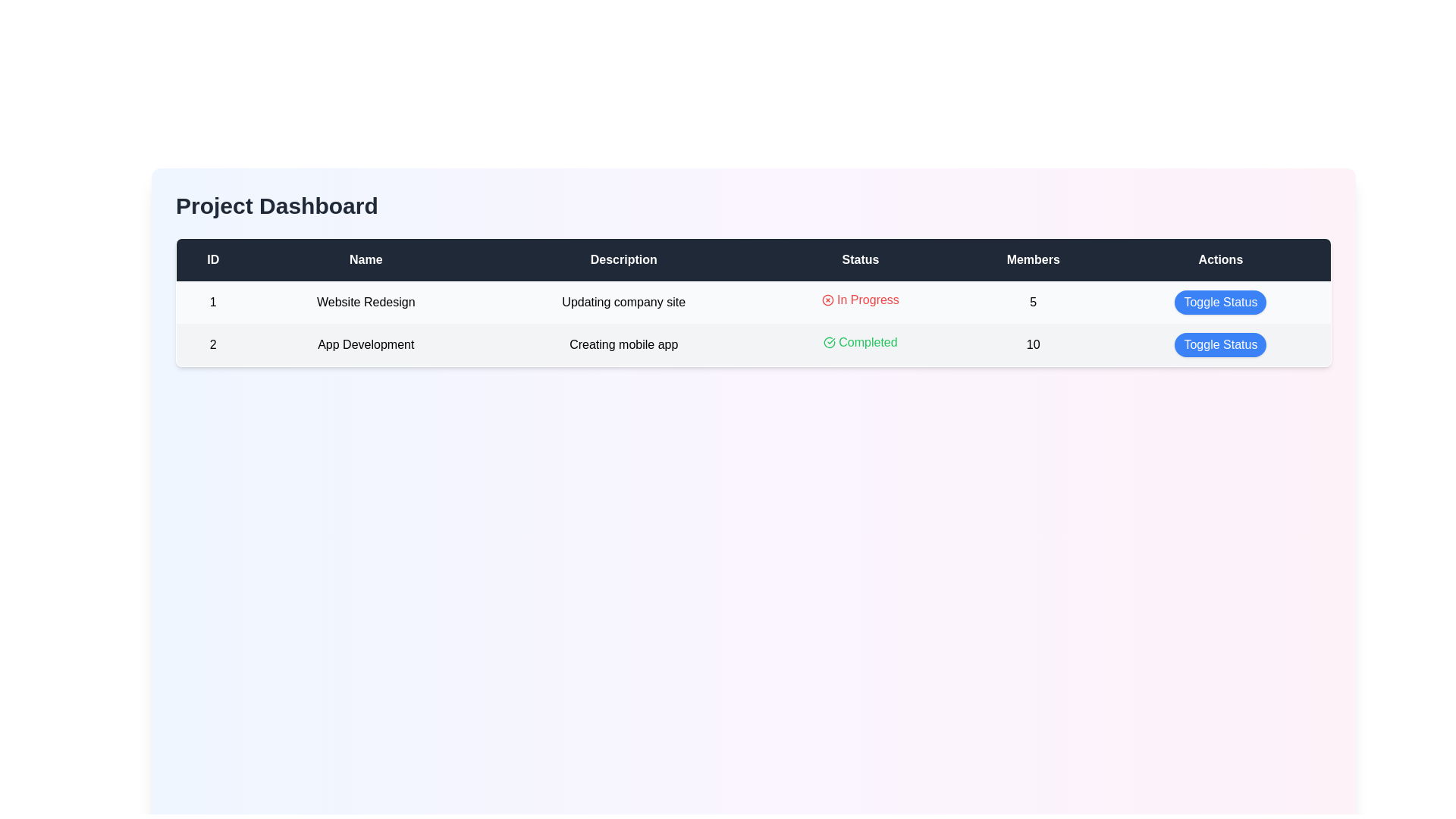  Describe the element at coordinates (1220, 345) in the screenshot. I see `the second 'Toggle Status' button located under the 'Actions' column in the second row of the table` at that location.